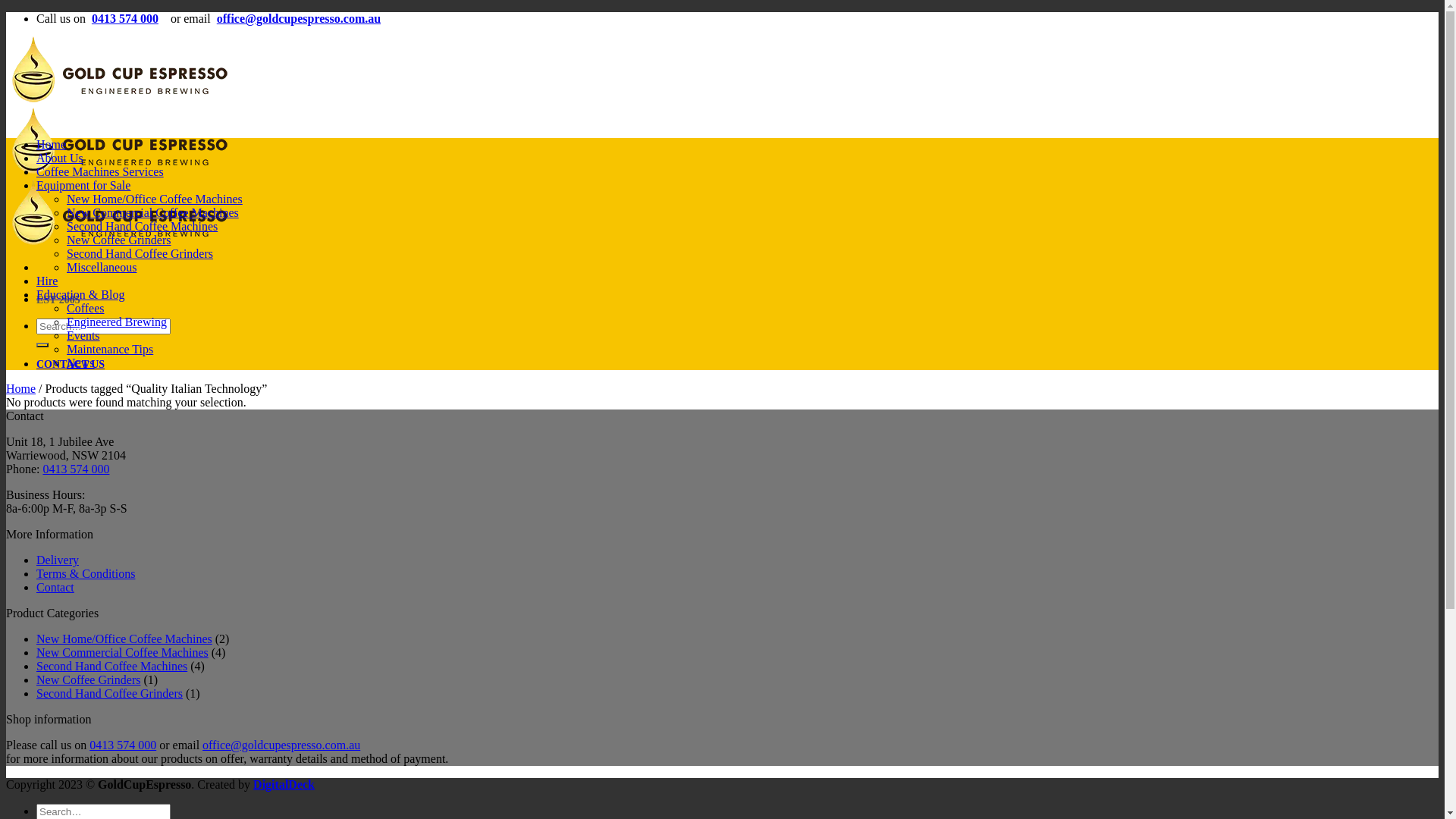 Image resolution: width=1456 pixels, height=819 pixels. Describe the element at coordinates (36, 158) in the screenshot. I see `'About Us'` at that location.